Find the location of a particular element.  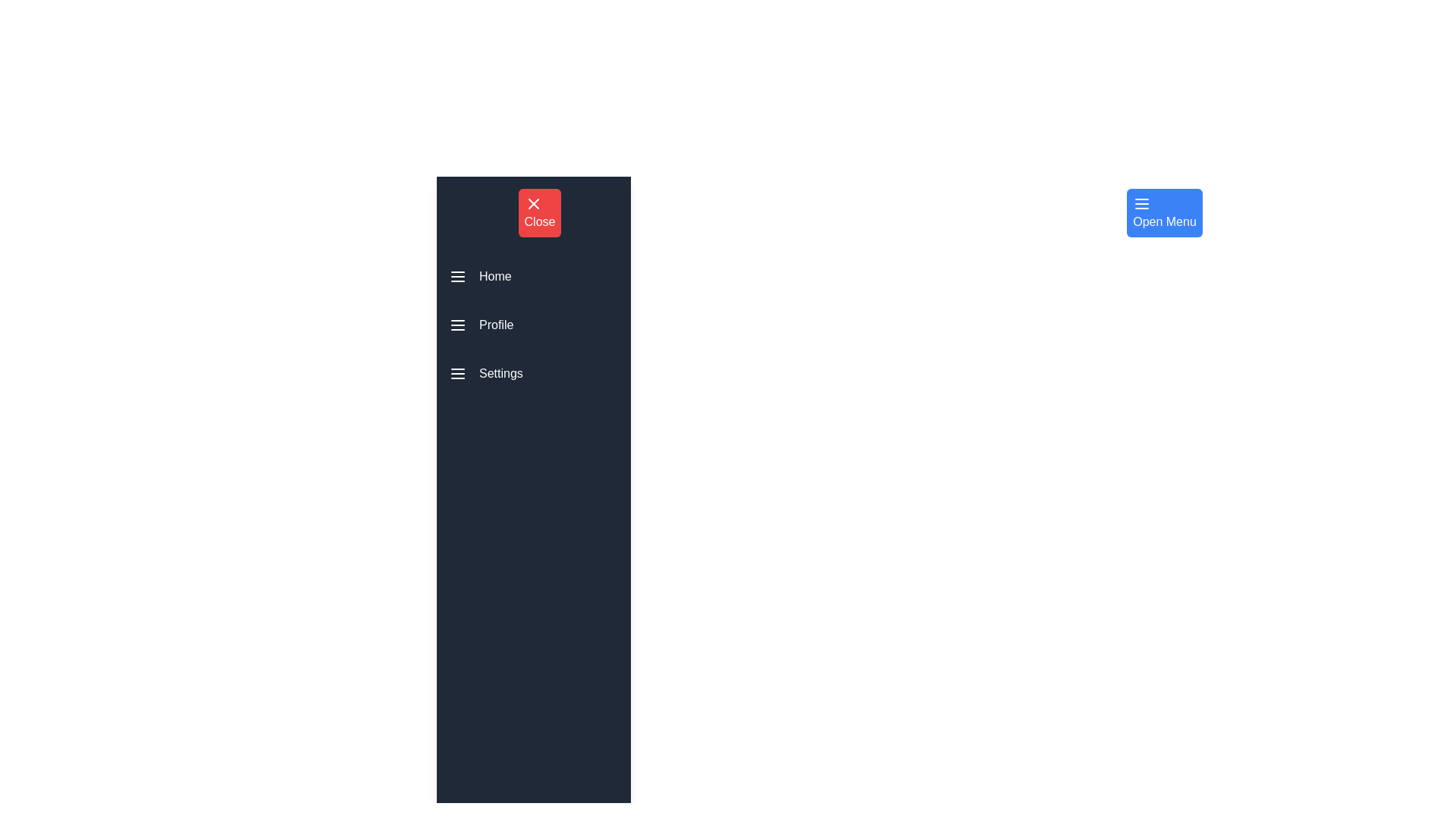

the menu item Home is located at coordinates (534, 277).